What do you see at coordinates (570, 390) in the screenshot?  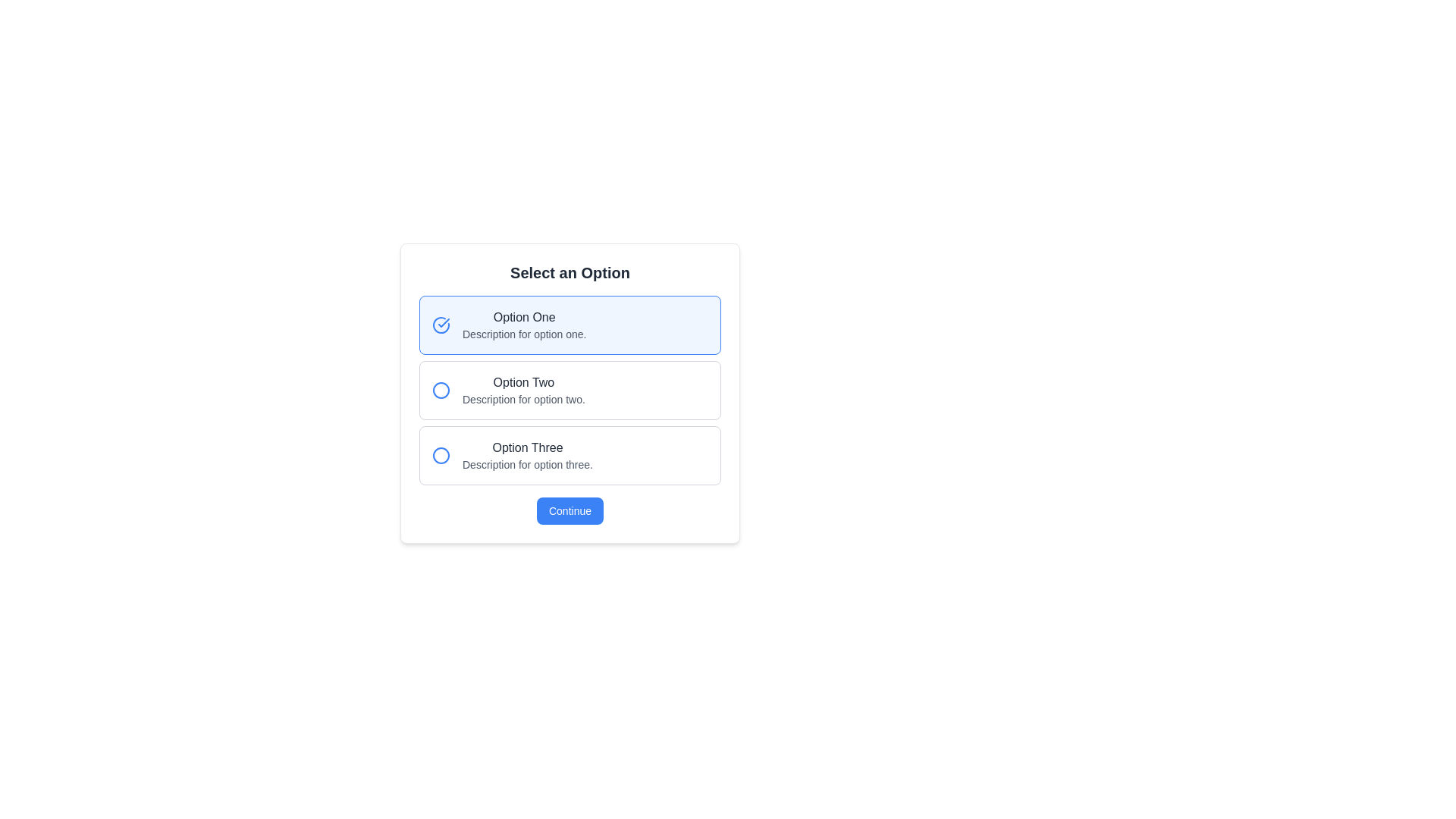 I see `the second selectable option in the modal titled 'Select an Option' to indicate selection` at bounding box center [570, 390].